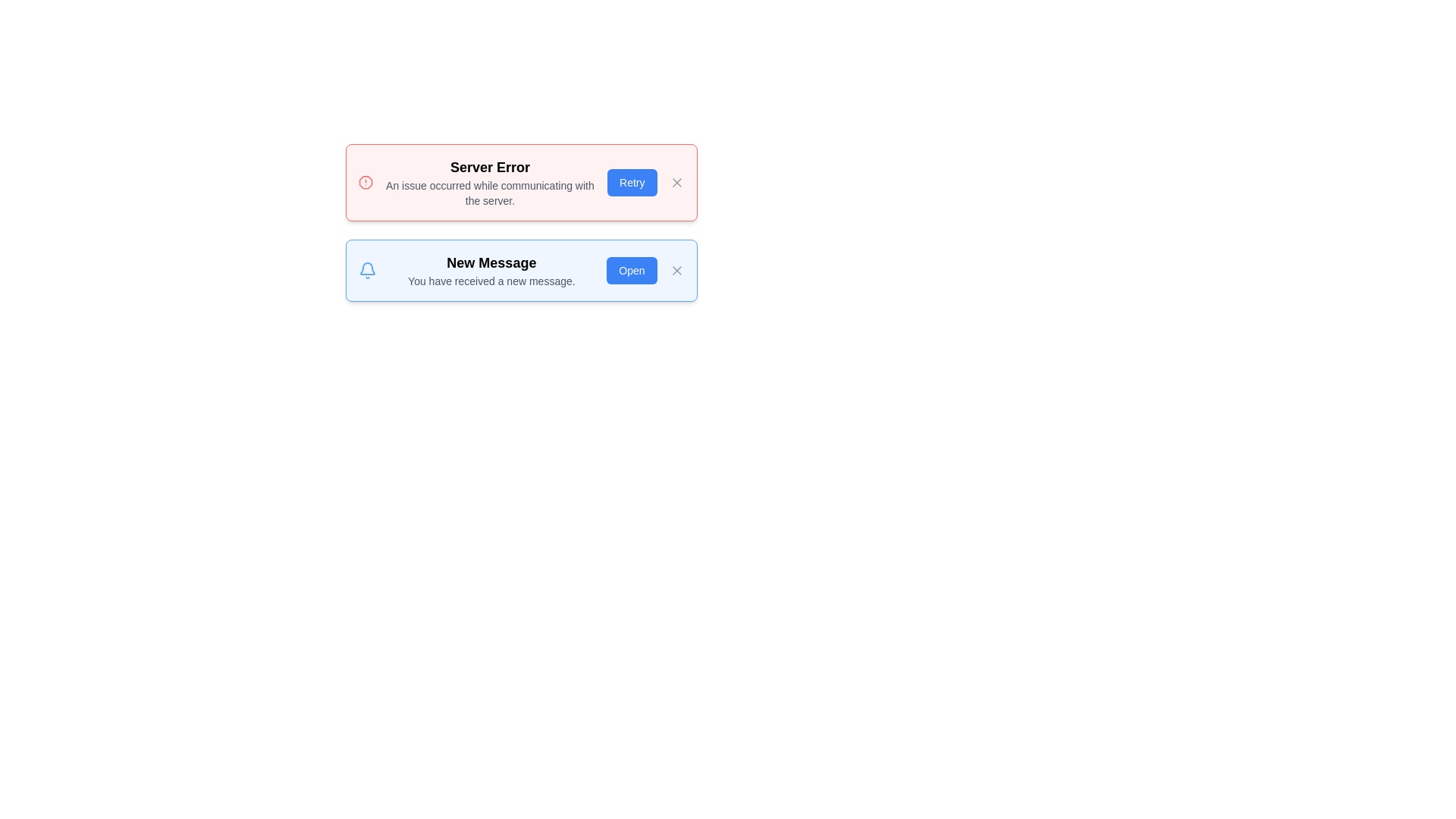  What do you see at coordinates (632, 181) in the screenshot?
I see `the retry button located on the right side of the 'Server Error' alert, which has a light red background and is next to the descriptive message and close button` at bounding box center [632, 181].